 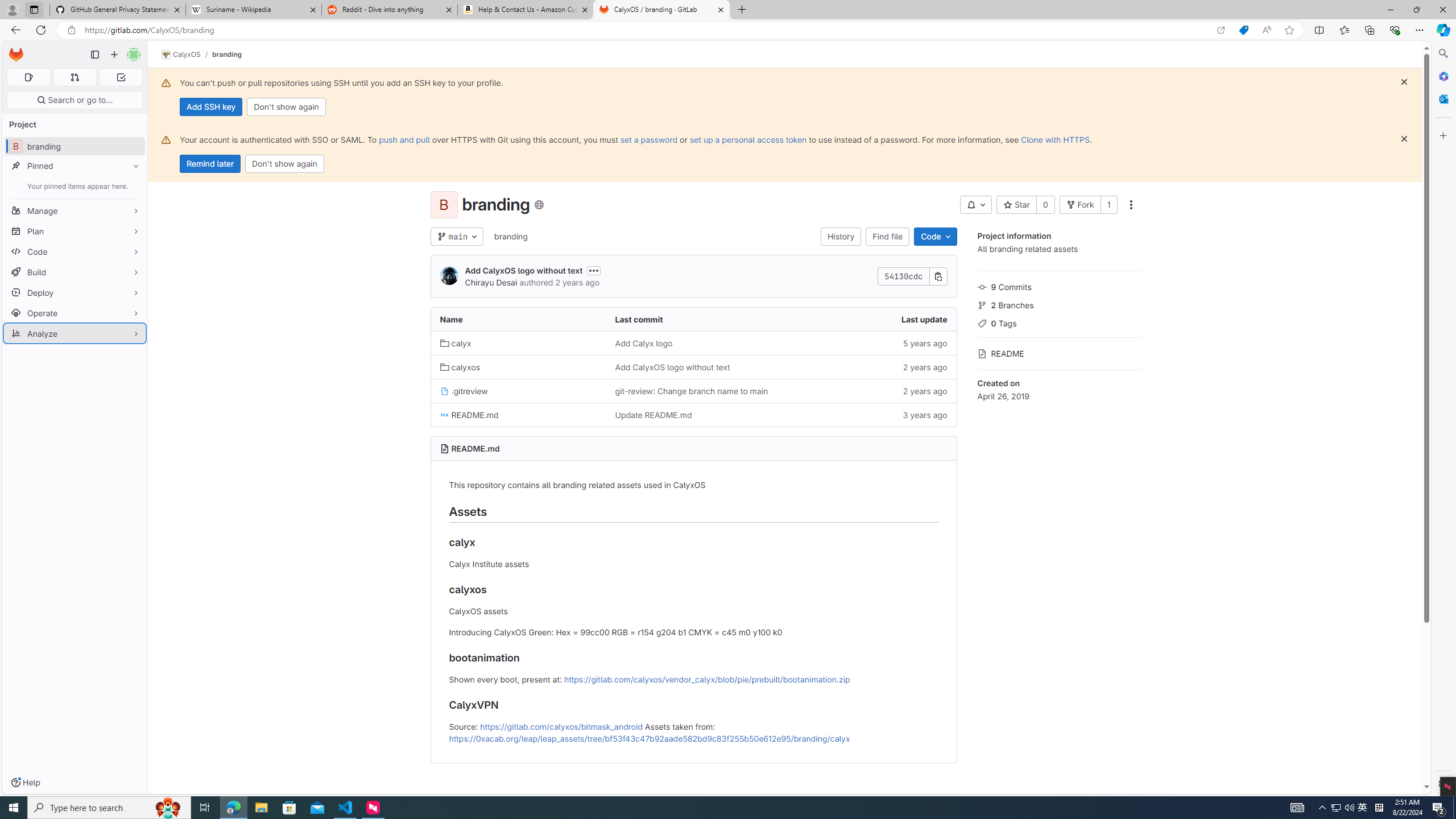 What do you see at coordinates (74, 272) in the screenshot?
I see `'Build'` at bounding box center [74, 272].